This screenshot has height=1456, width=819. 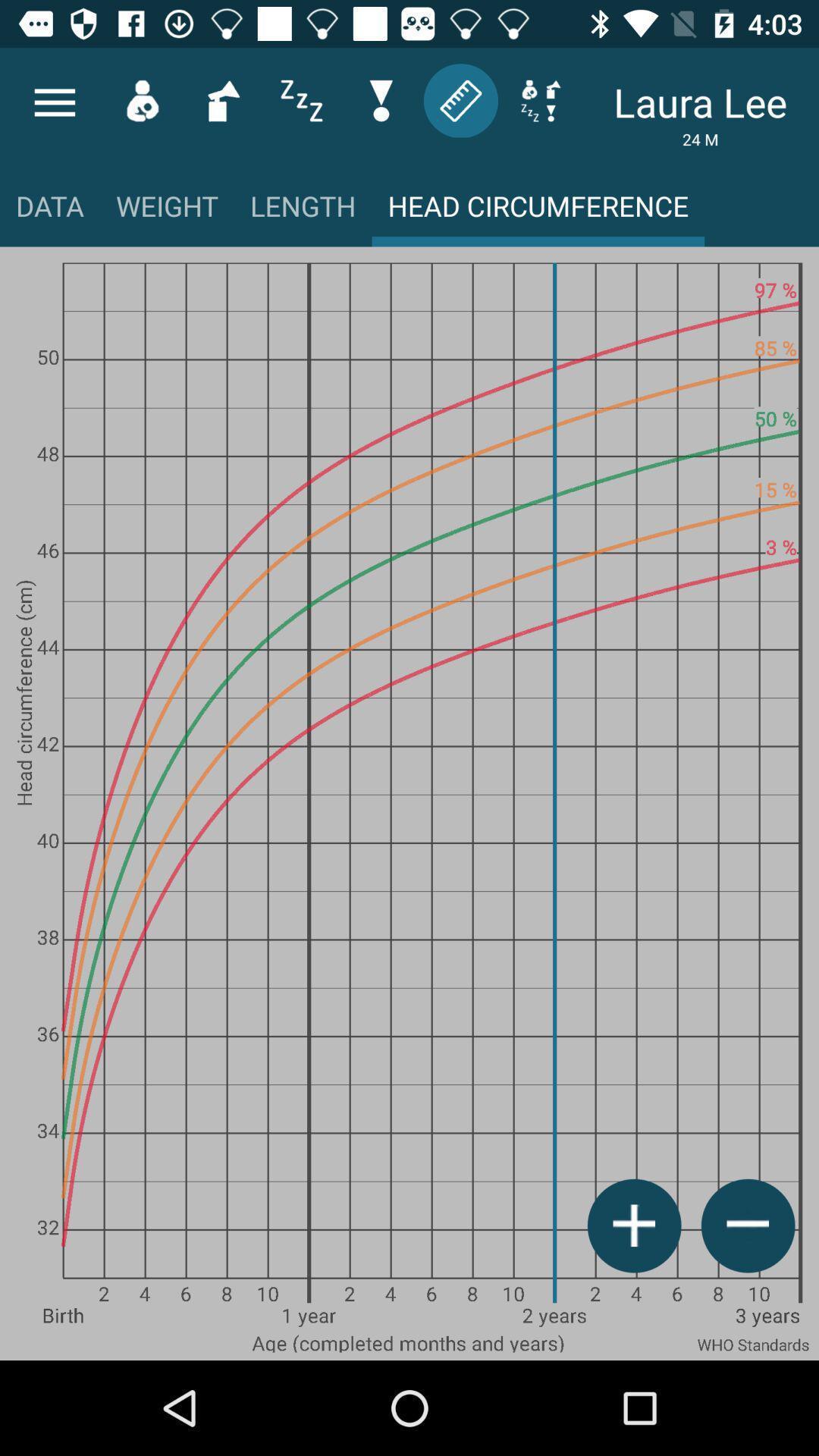 I want to click on the text next to length, so click(x=537, y=211).